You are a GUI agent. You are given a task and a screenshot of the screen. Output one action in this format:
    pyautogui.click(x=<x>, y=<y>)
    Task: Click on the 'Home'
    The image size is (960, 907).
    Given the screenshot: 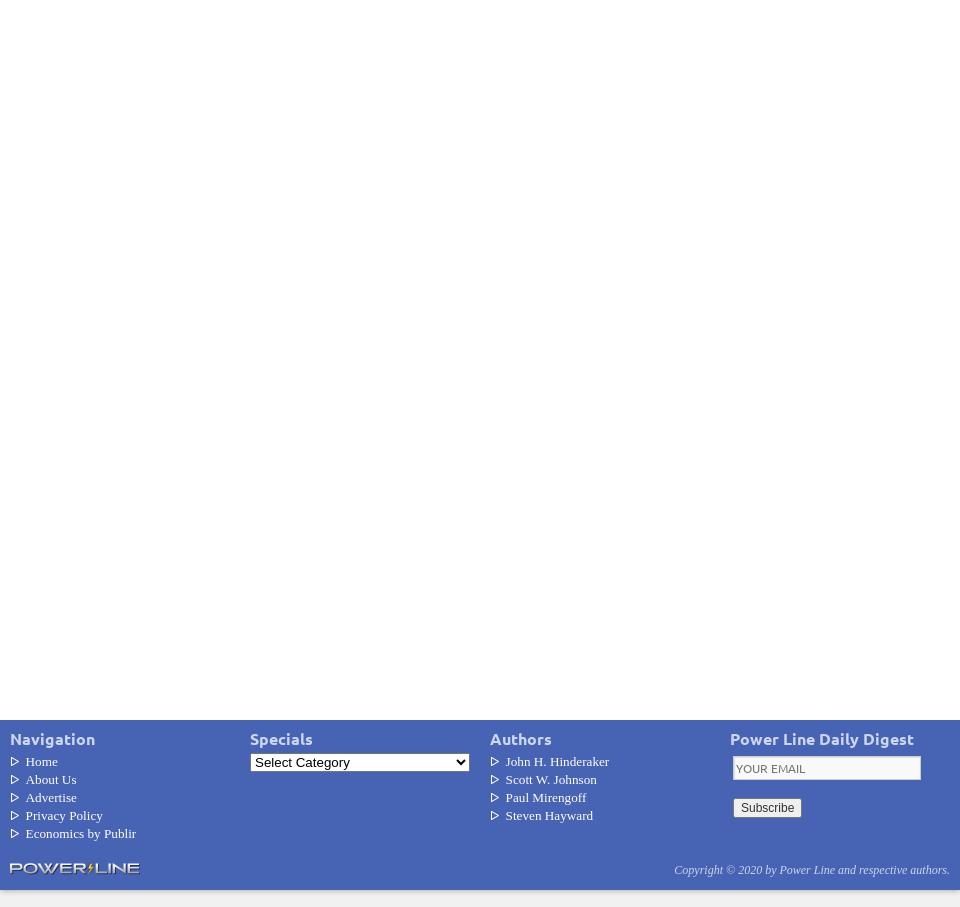 What is the action you would take?
    pyautogui.click(x=39, y=759)
    